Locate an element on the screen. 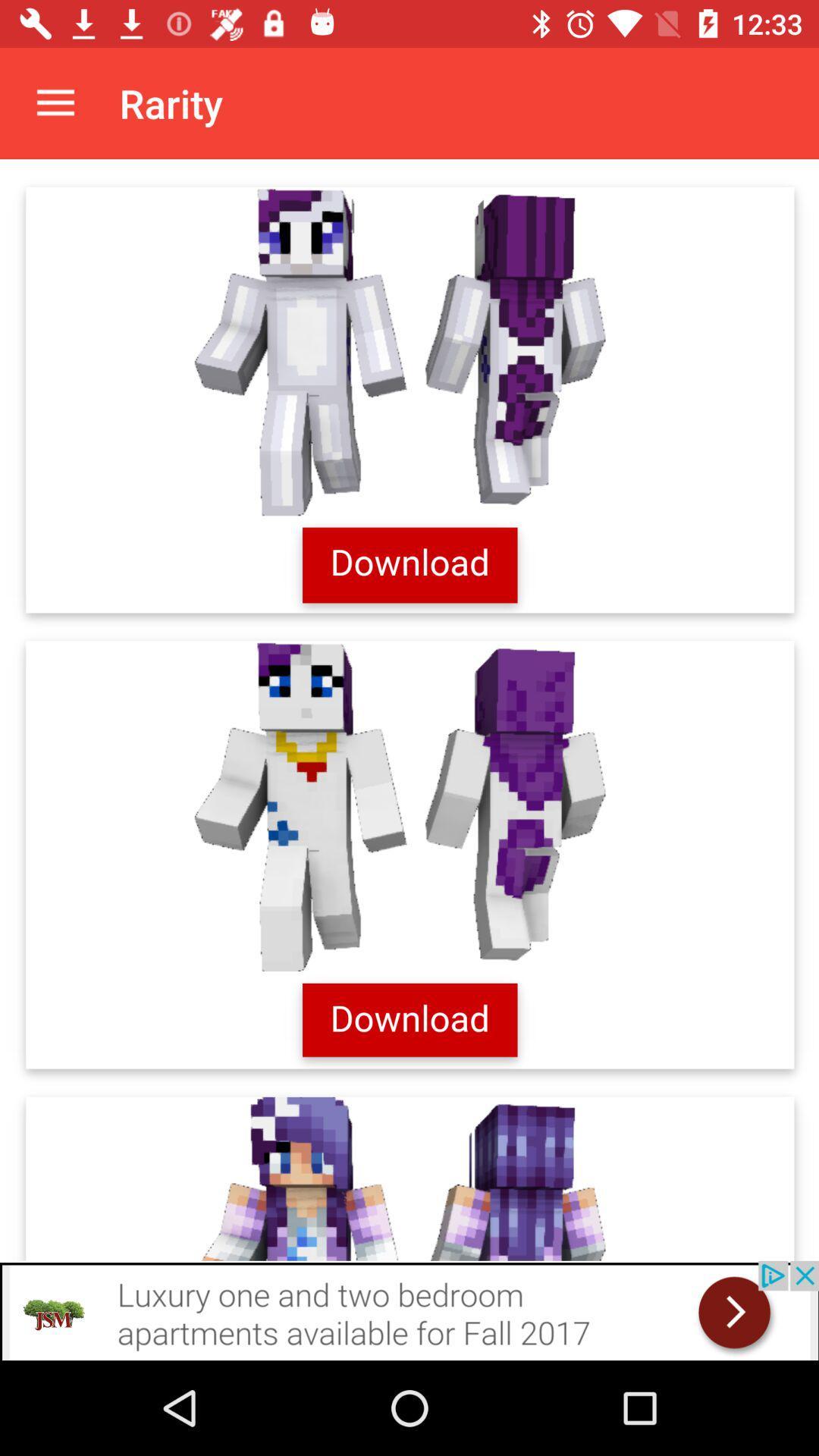 The image size is (819, 1456). see advertisement is located at coordinates (409, 1310).